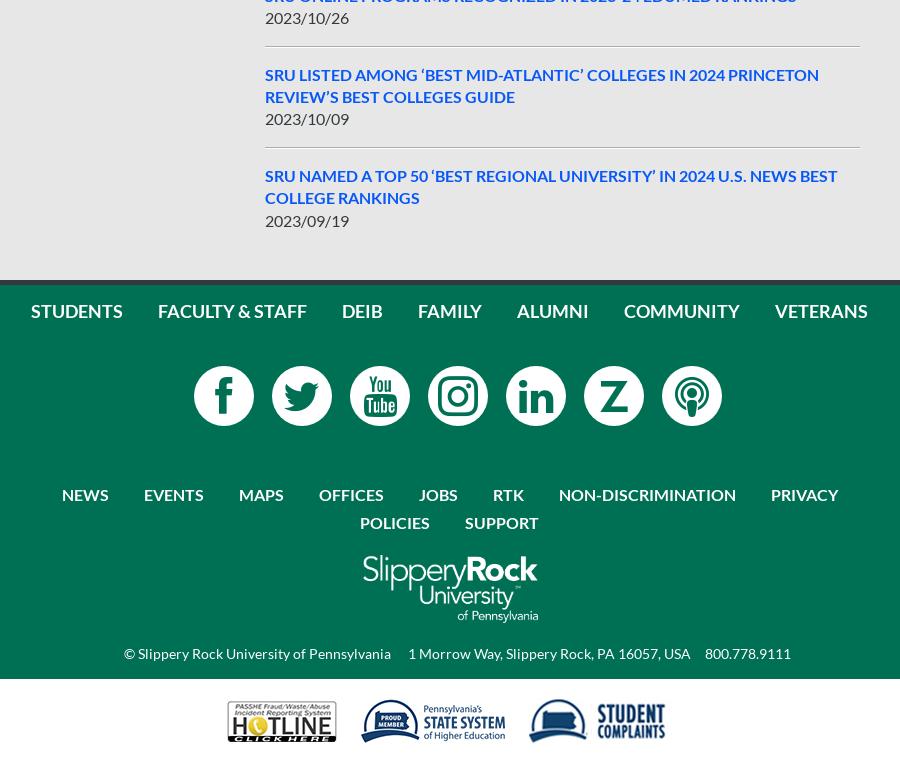 Image resolution: width=900 pixels, height=762 pixels. I want to click on 'News', so click(83, 494).